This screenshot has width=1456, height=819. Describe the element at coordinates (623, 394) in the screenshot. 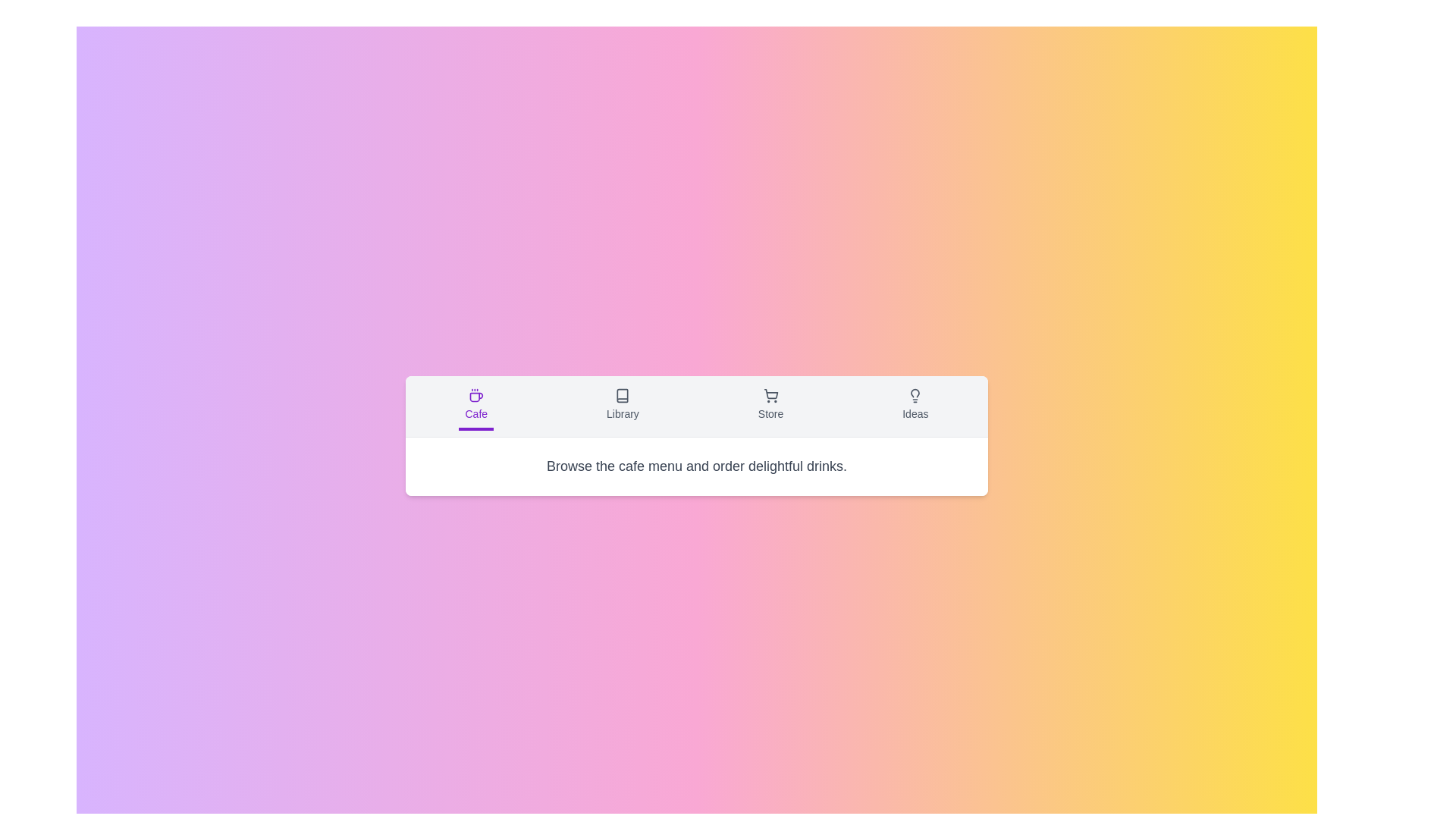

I see `the Library icon located in the center of the lower navigation bar, which signifies library-related actions or content` at that location.